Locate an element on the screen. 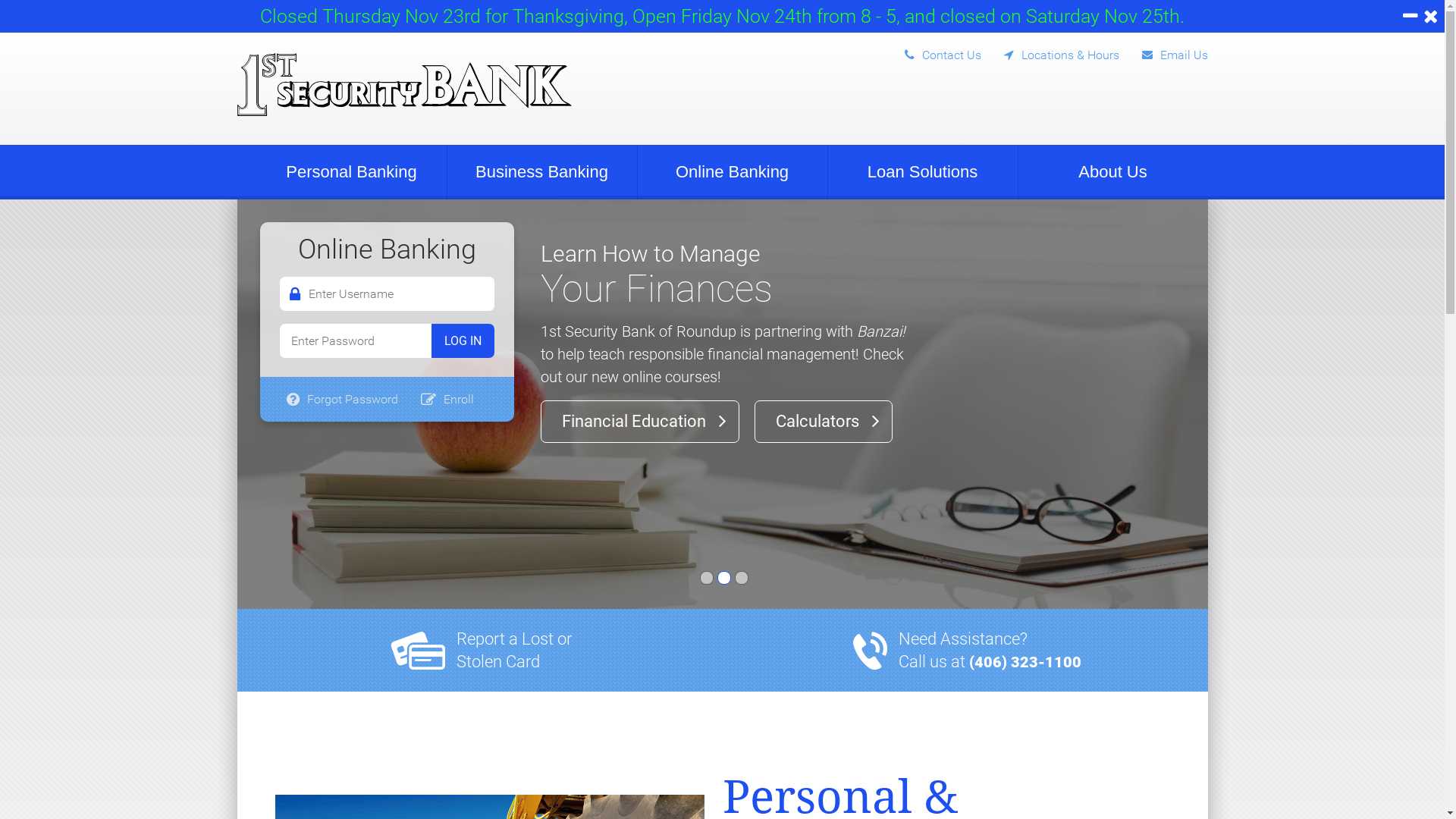 This screenshot has width=1456, height=819. 'Loan Solutions' is located at coordinates (827, 171).